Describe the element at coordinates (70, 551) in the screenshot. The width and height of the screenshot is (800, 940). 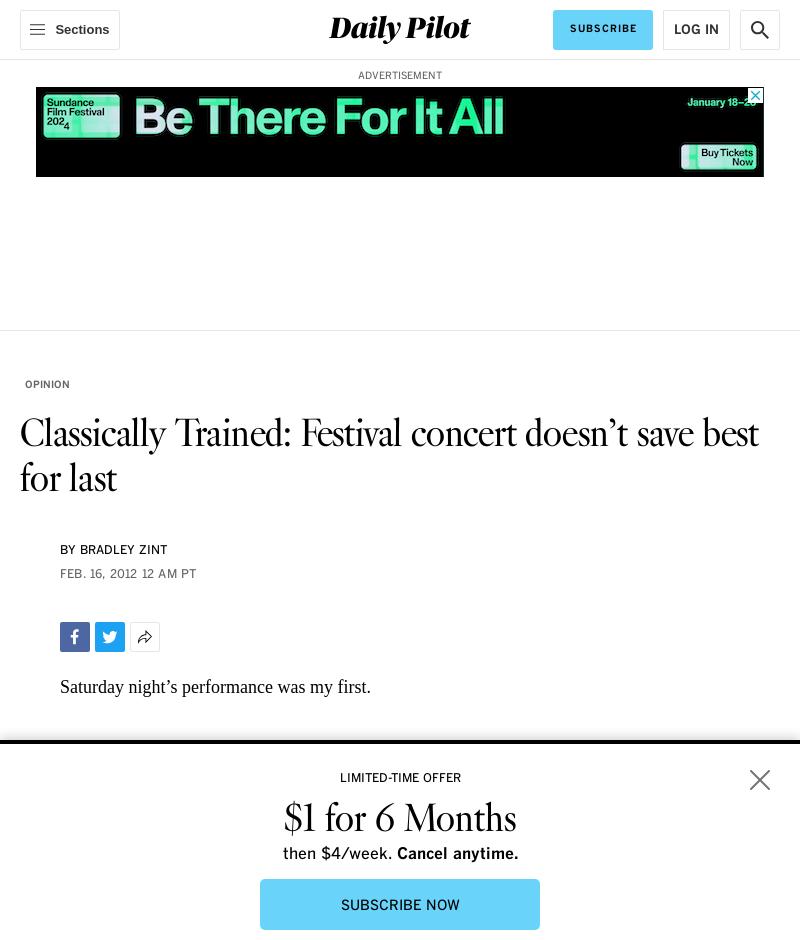
I see `'By'` at that location.